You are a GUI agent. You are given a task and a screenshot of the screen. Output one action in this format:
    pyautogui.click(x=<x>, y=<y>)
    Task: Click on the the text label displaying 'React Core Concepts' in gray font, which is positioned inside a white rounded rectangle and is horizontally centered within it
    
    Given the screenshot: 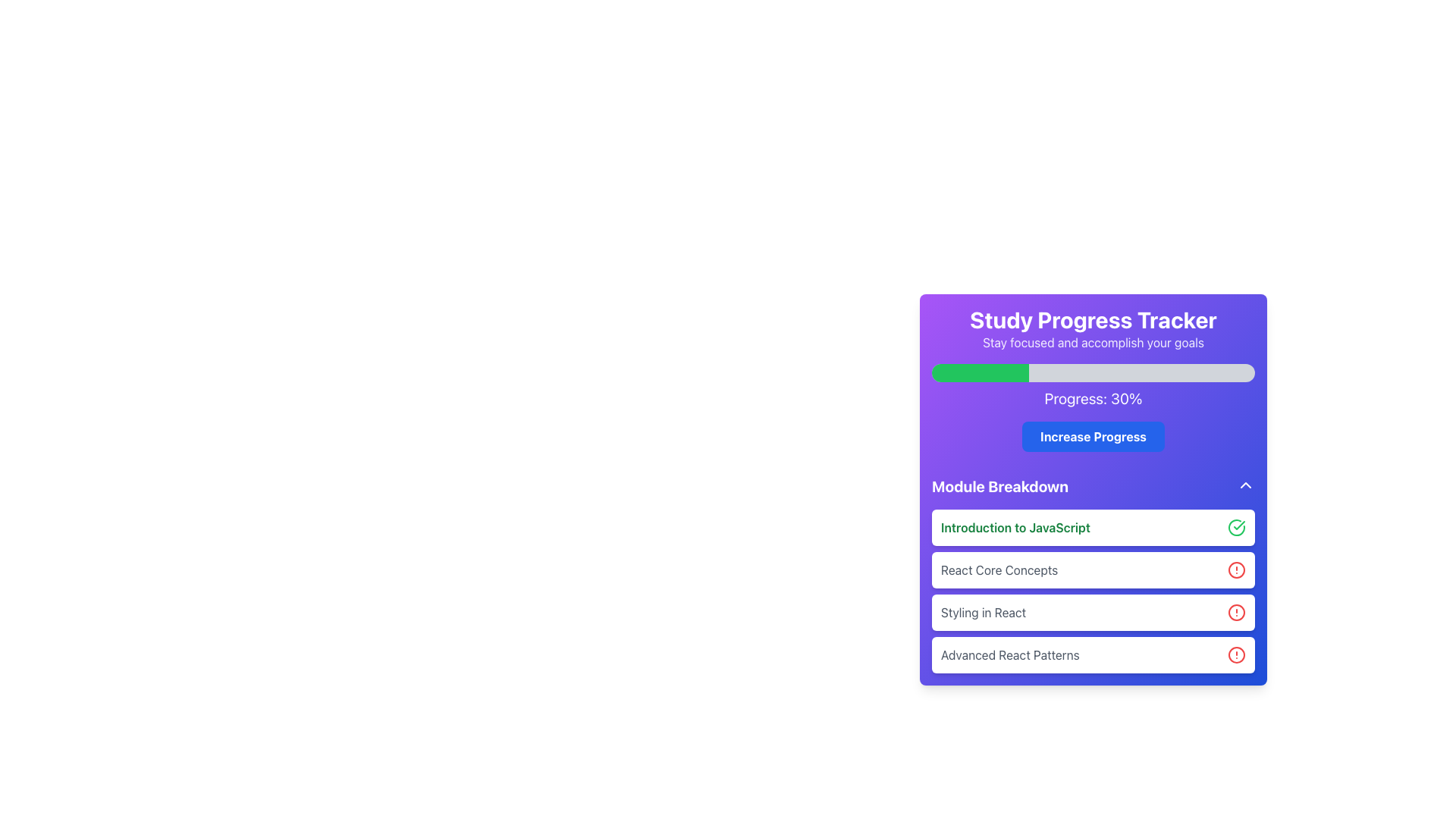 What is the action you would take?
    pyautogui.click(x=999, y=570)
    